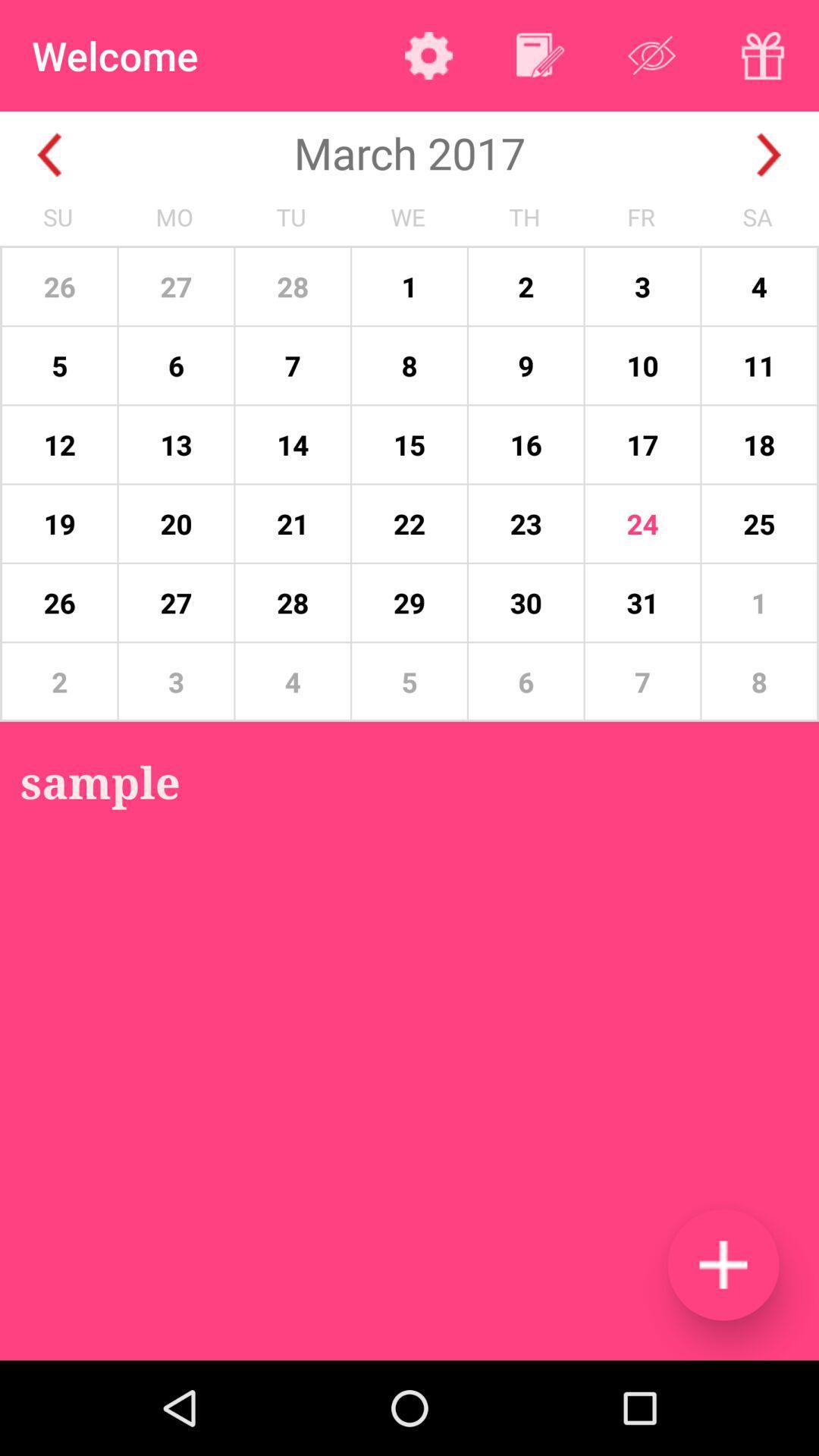  What do you see at coordinates (651, 55) in the screenshot?
I see `viewing option` at bounding box center [651, 55].